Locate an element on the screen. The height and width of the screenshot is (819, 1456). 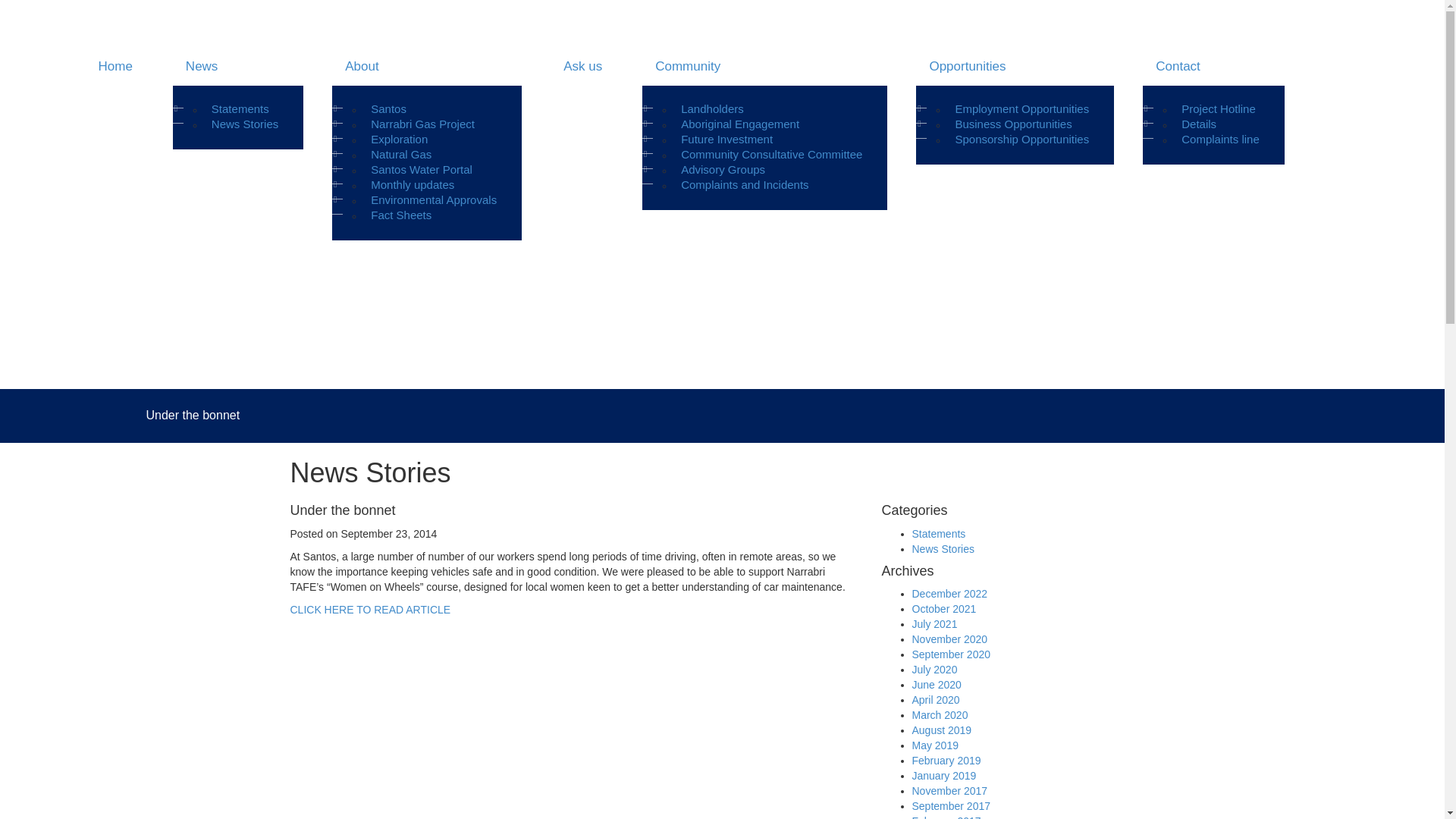
'Sponsorship Opportunities' is located at coordinates (1021, 140).